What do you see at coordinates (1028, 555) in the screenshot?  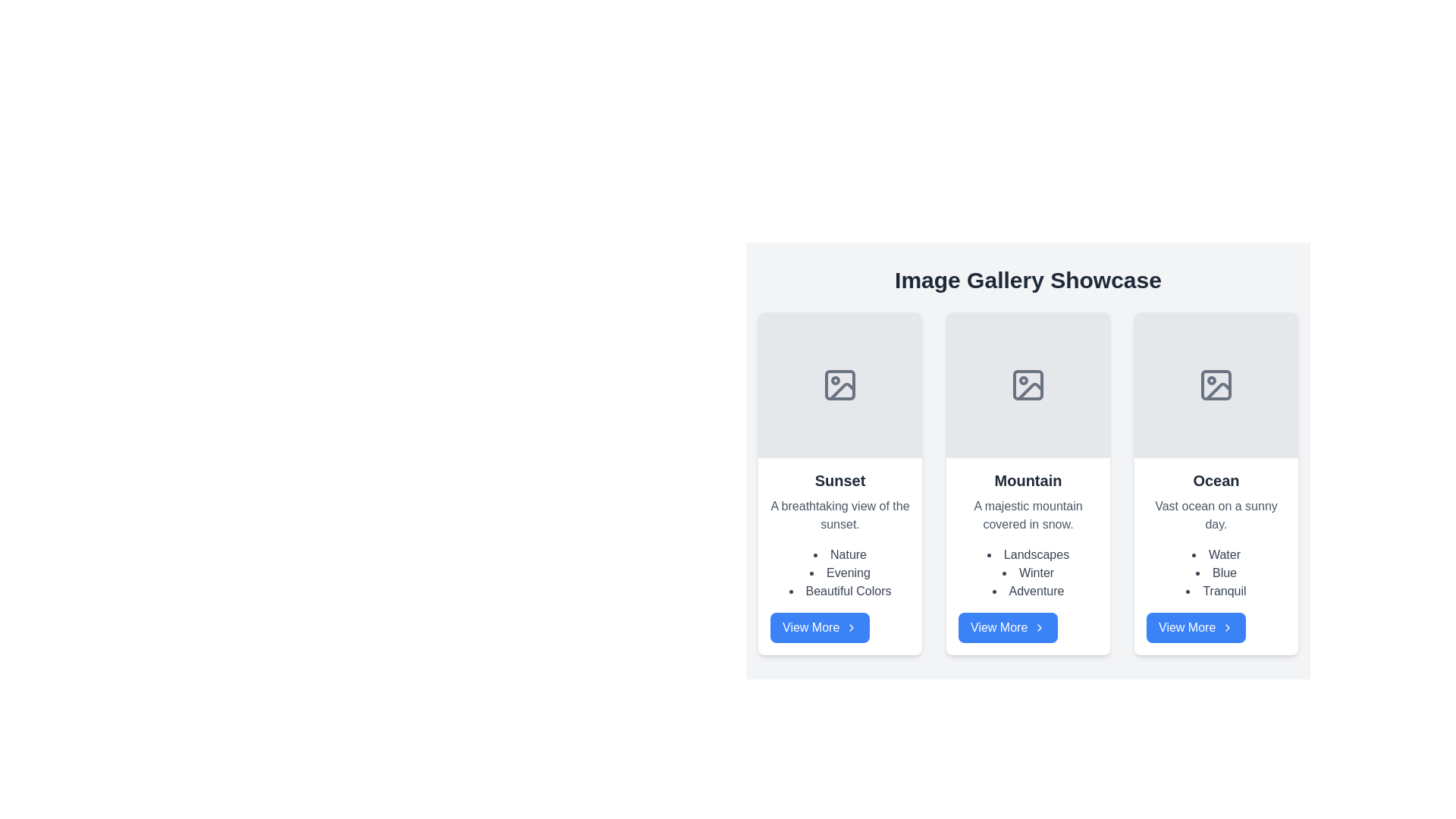 I see `text content of the 'Landscapes' label, which is the first item in the bulleted list under the 'Mountain' section of the card interface` at bounding box center [1028, 555].